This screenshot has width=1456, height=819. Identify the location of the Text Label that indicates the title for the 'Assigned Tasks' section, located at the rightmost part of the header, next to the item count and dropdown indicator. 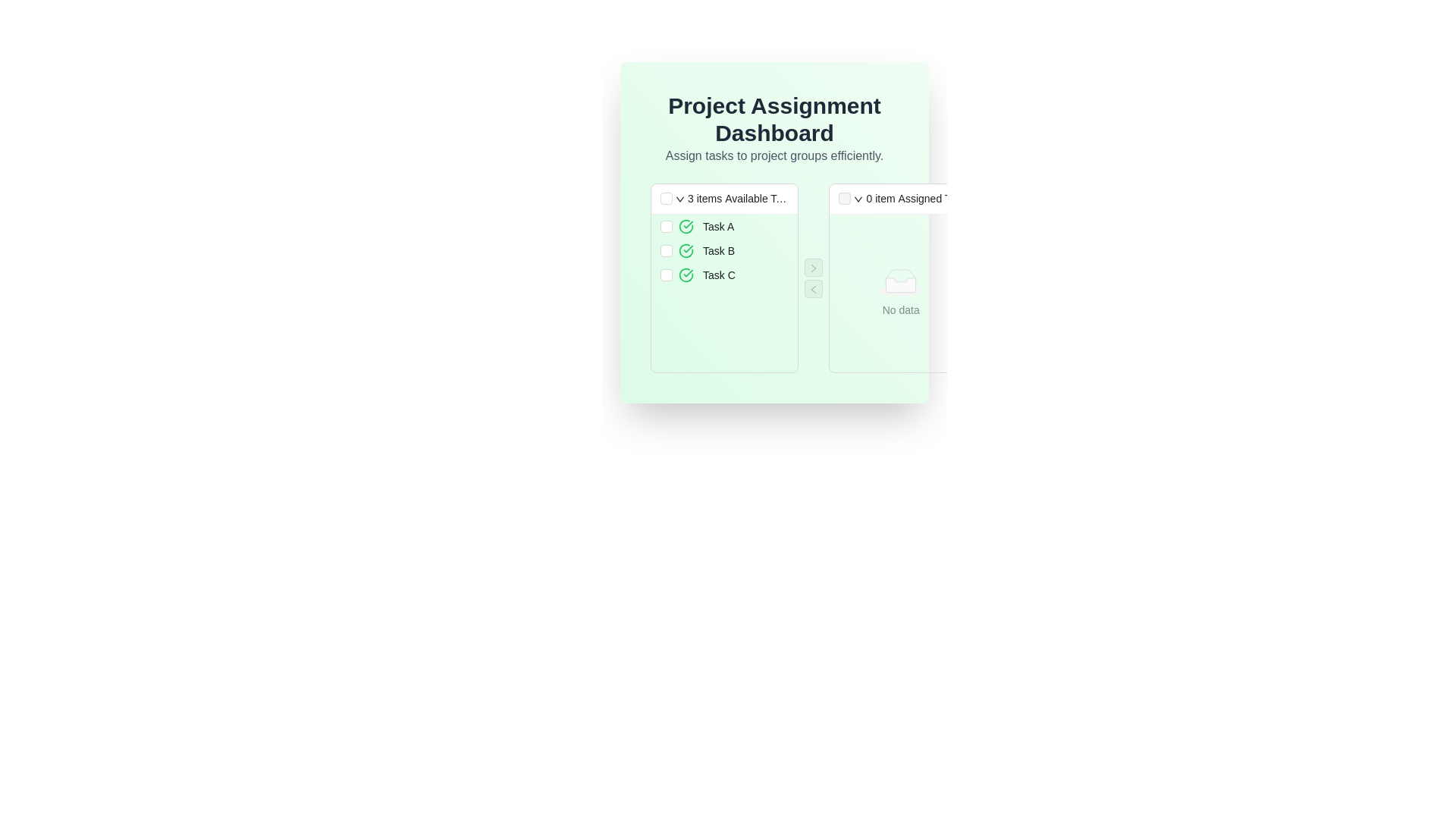
(930, 198).